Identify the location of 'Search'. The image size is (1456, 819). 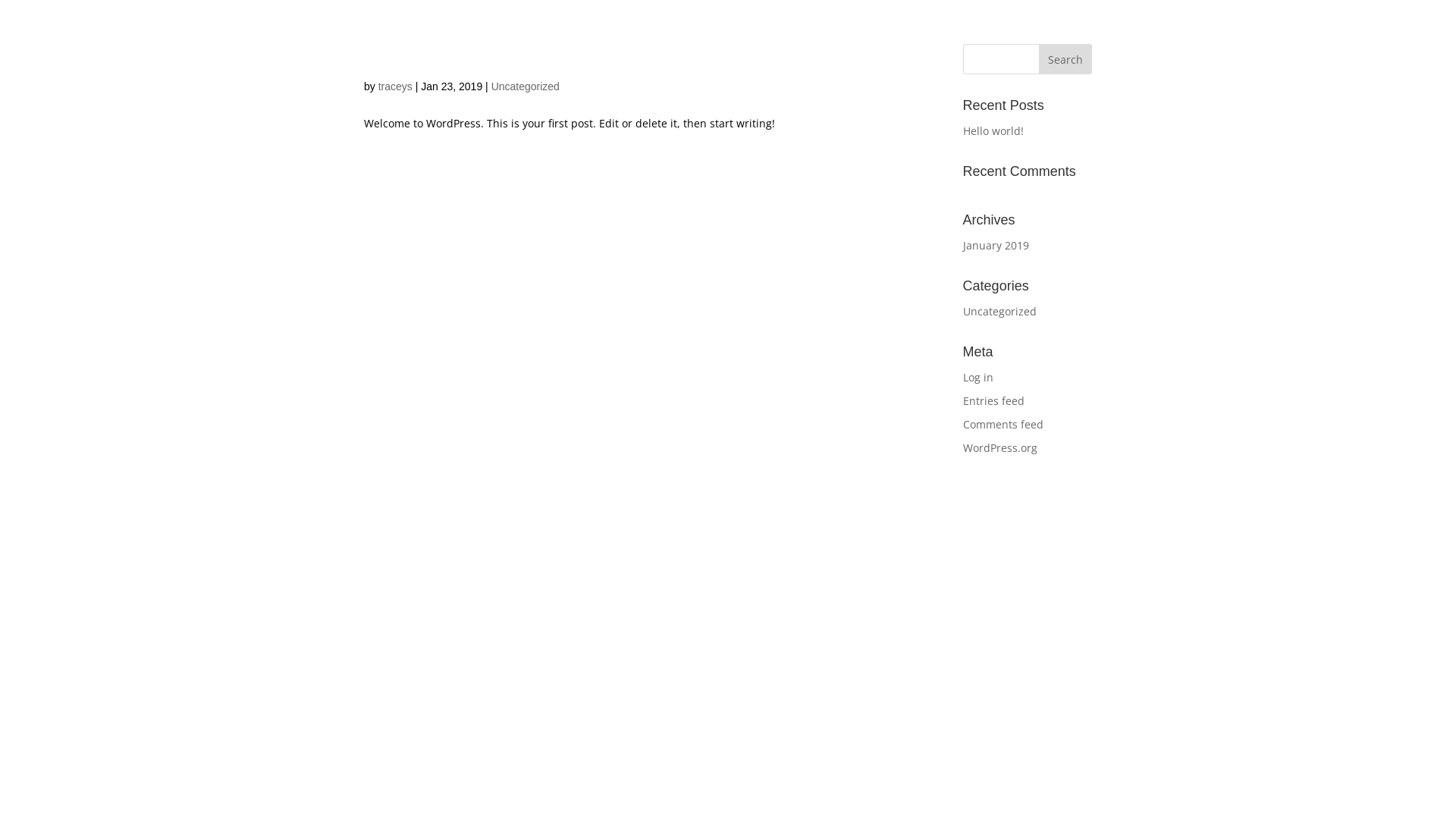
(1065, 58).